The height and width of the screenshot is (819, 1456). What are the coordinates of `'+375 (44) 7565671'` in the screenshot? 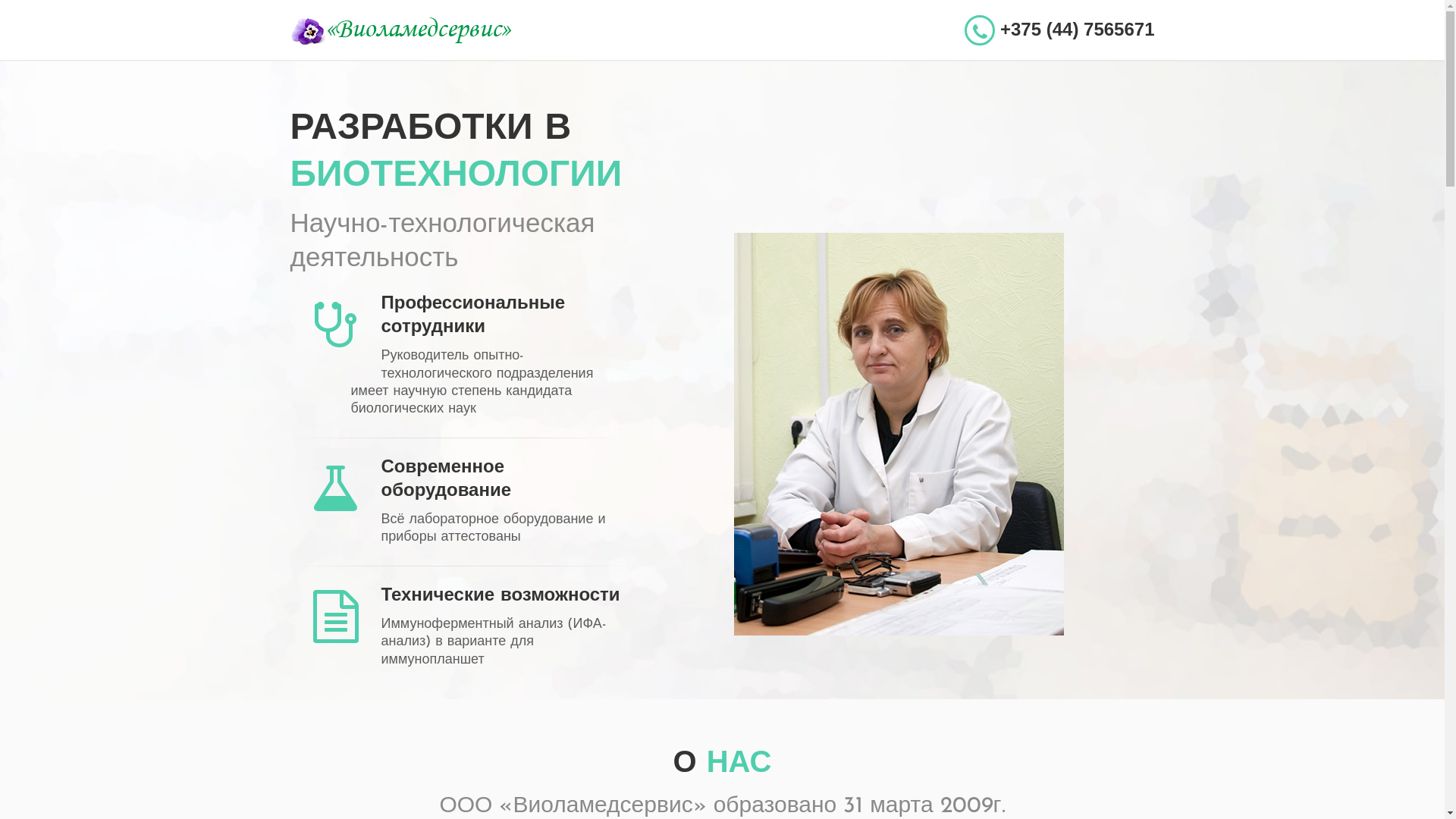 It's located at (1058, 29).